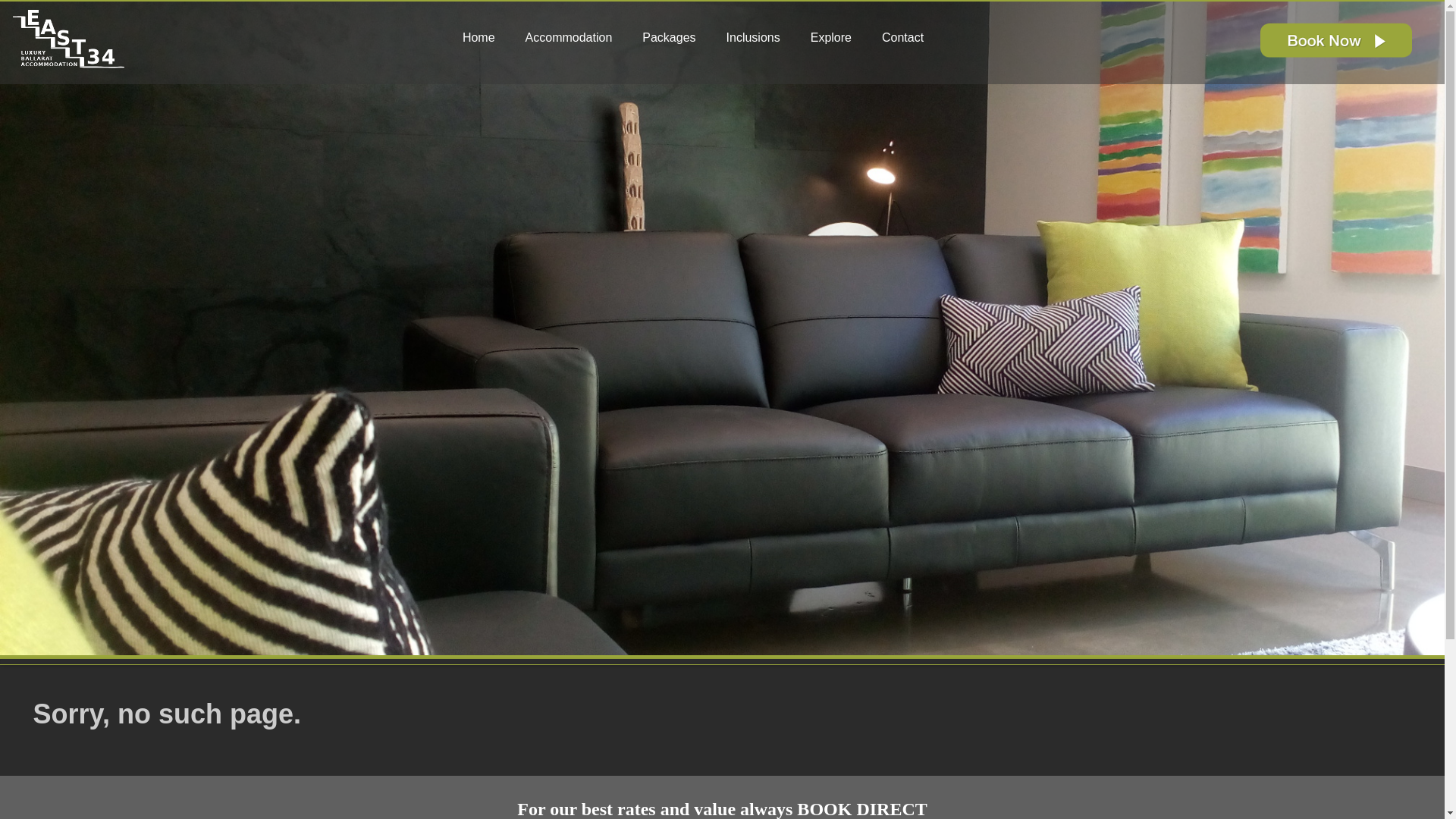 The height and width of the screenshot is (819, 1456). What do you see at coordinates (574, 37) in the screenshot?
I see `'Accommodation'` at bounding box center [574, 37].